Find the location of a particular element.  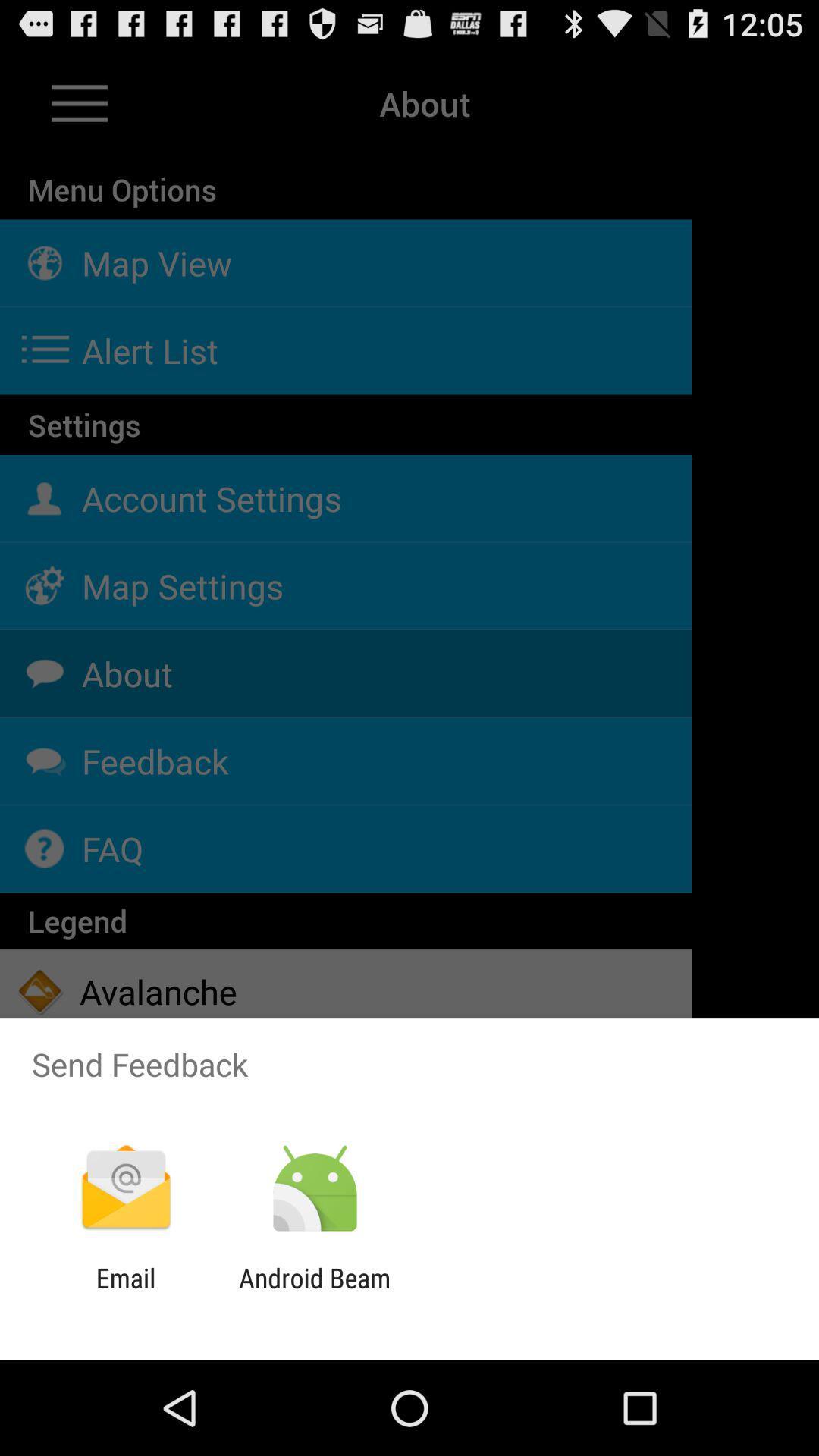

app next to email icon is located at coordinates (314, 1293).